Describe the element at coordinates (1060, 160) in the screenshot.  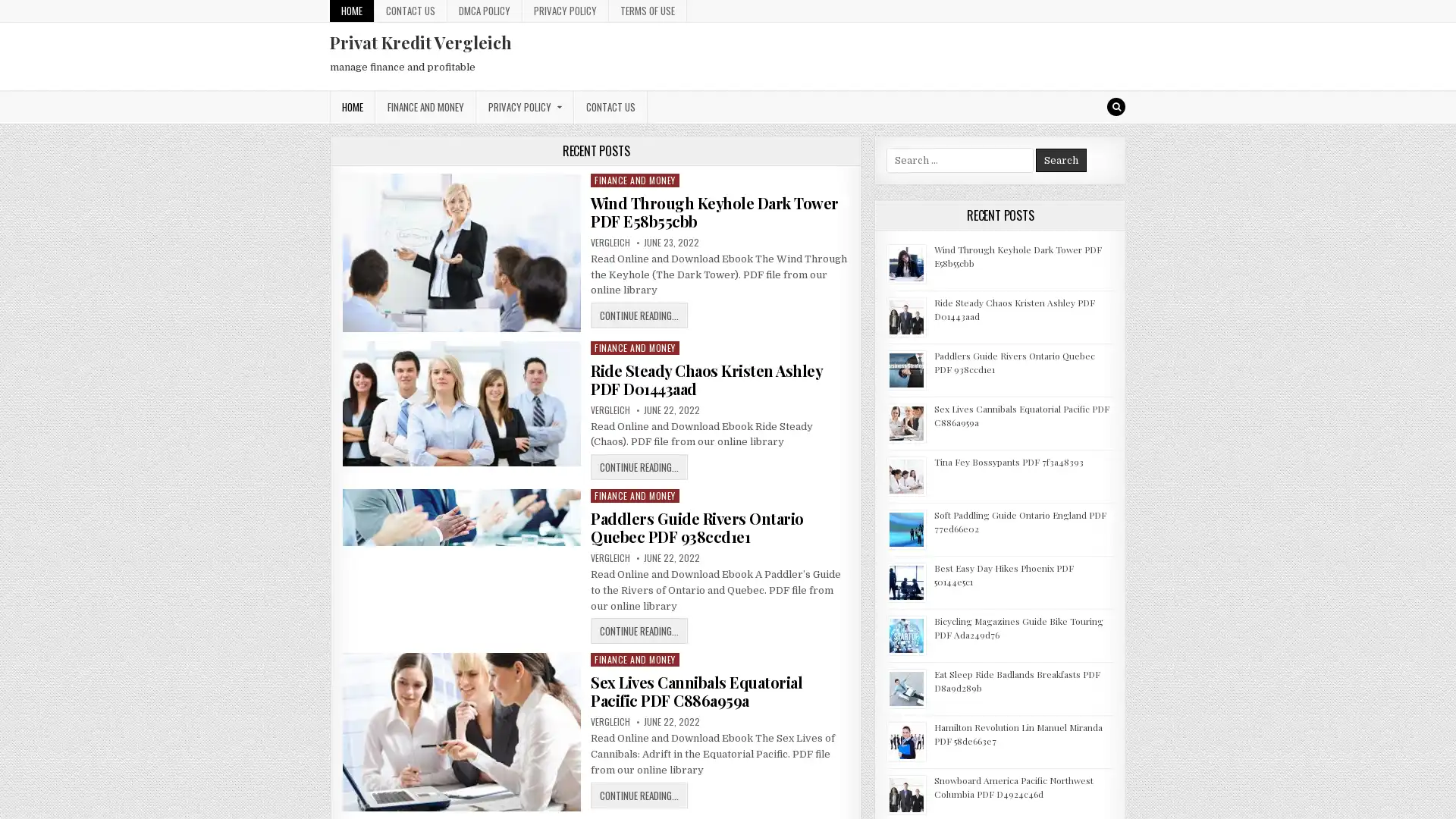
I see `Search` at that location.